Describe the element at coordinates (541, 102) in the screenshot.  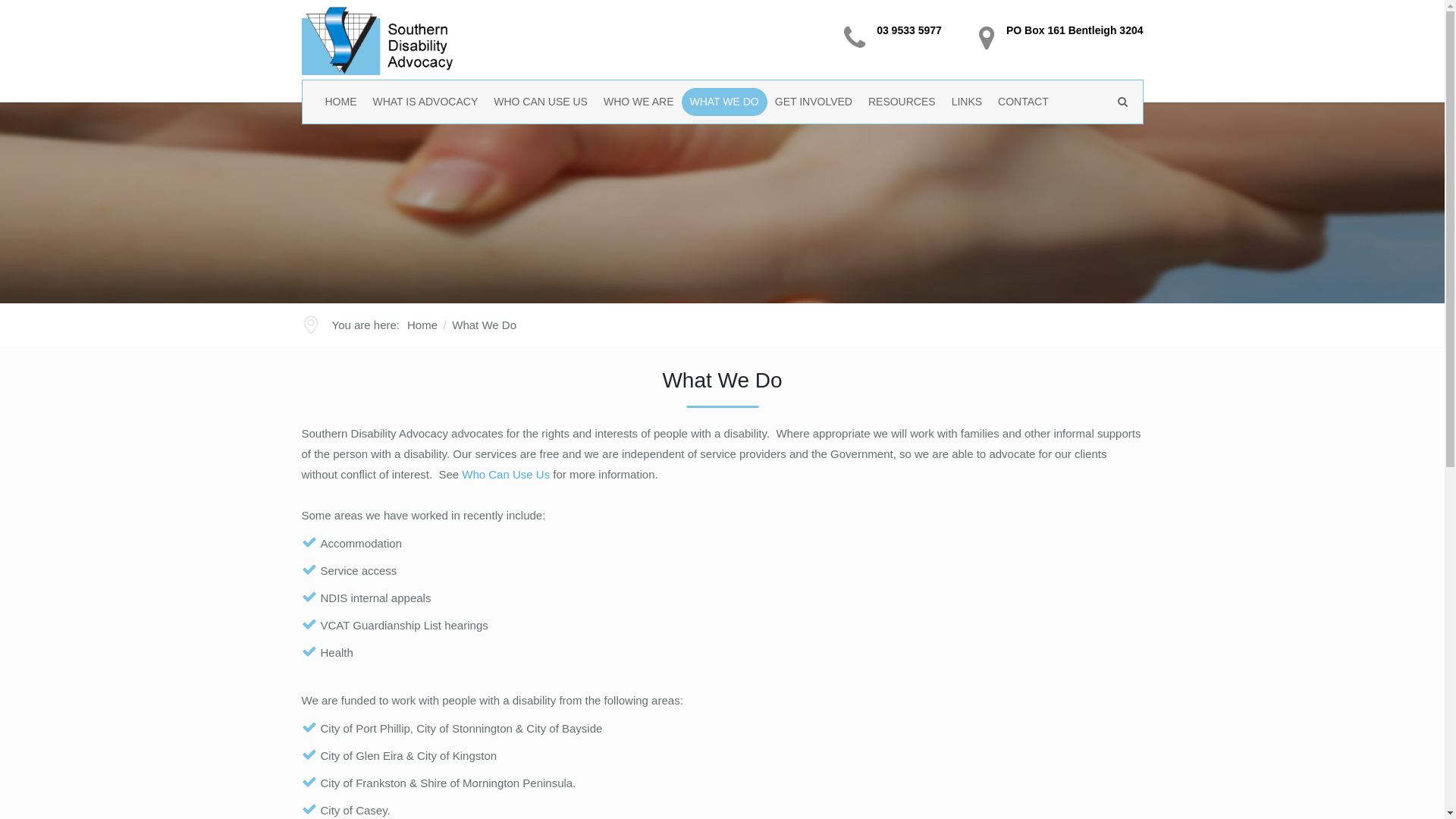
I see `'WHO CAN USE US'` at that location.